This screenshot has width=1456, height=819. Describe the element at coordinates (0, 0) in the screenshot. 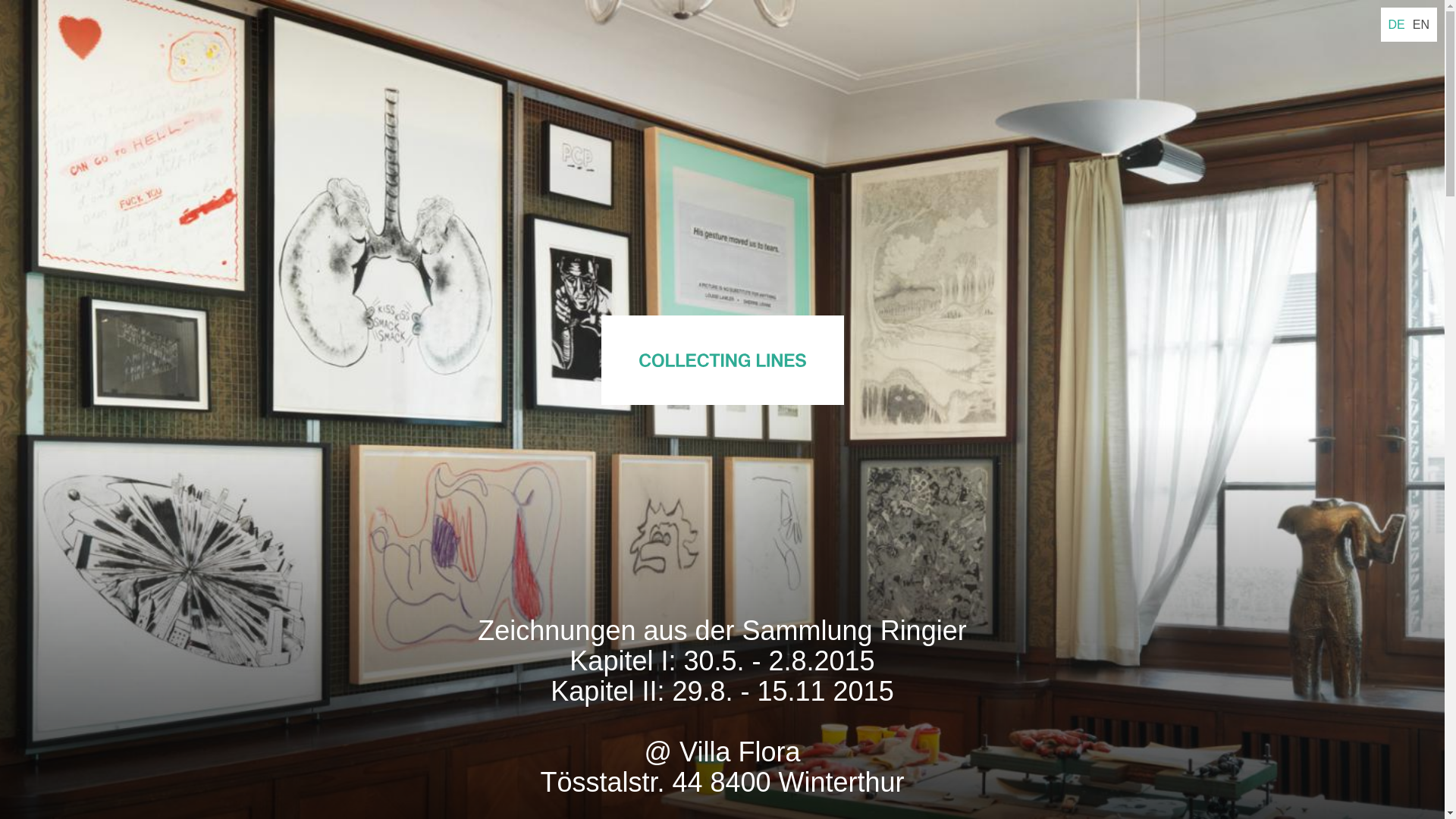

I see `'Skip to main content'` at that location.